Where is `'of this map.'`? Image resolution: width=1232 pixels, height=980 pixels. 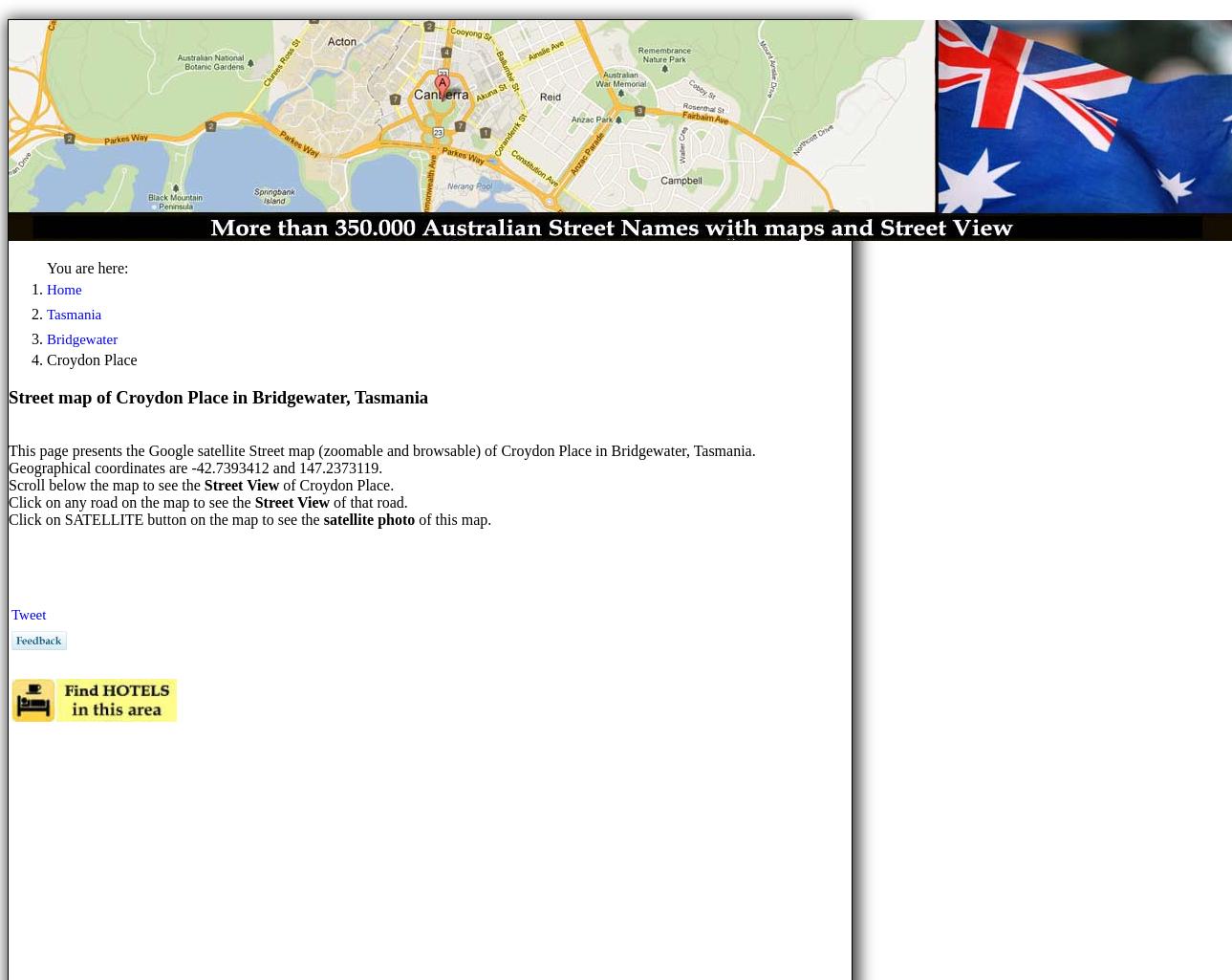
'of this map.' is located at coordinates (414, 518).